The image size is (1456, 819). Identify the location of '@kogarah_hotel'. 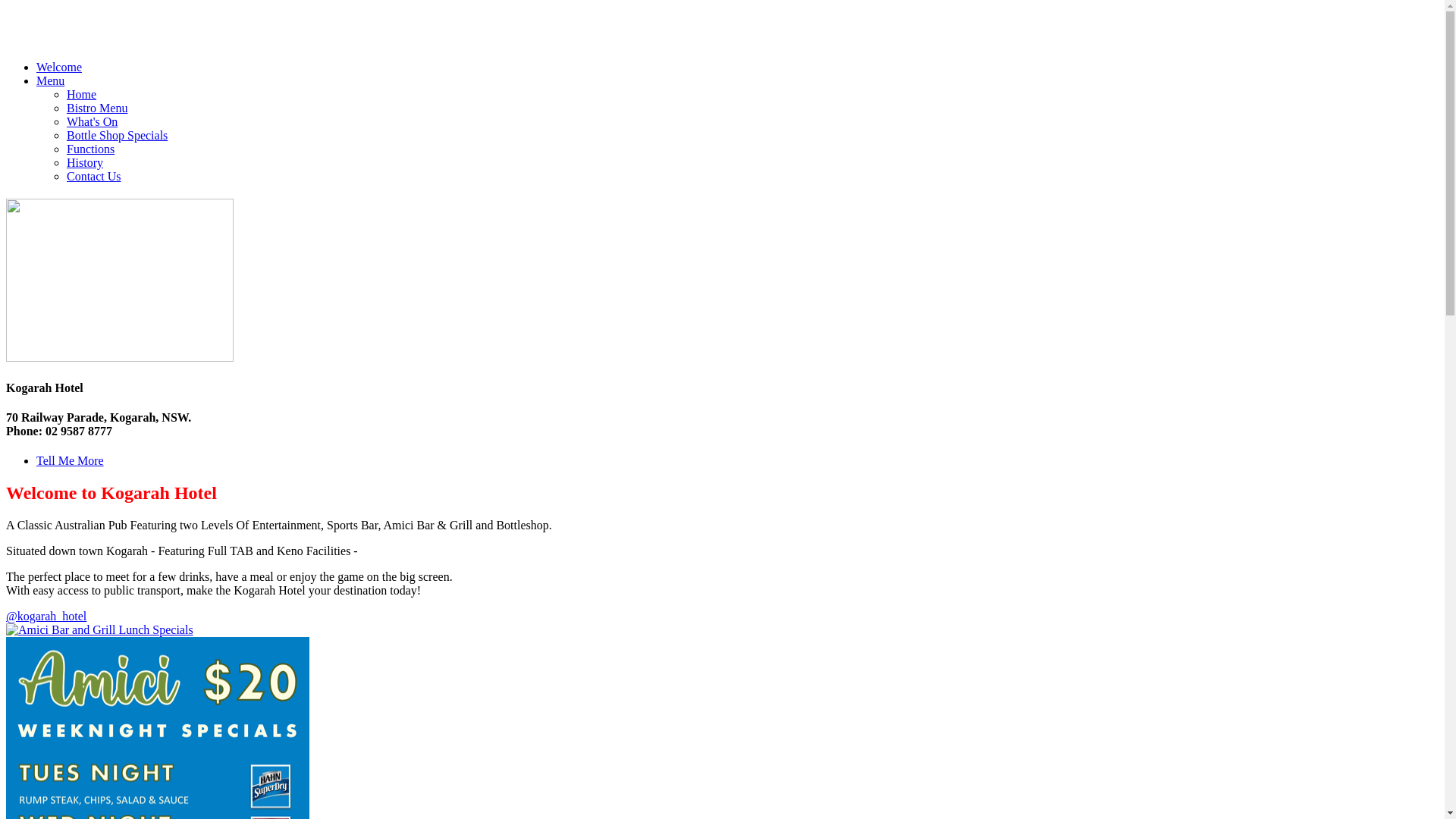
(6, 616).